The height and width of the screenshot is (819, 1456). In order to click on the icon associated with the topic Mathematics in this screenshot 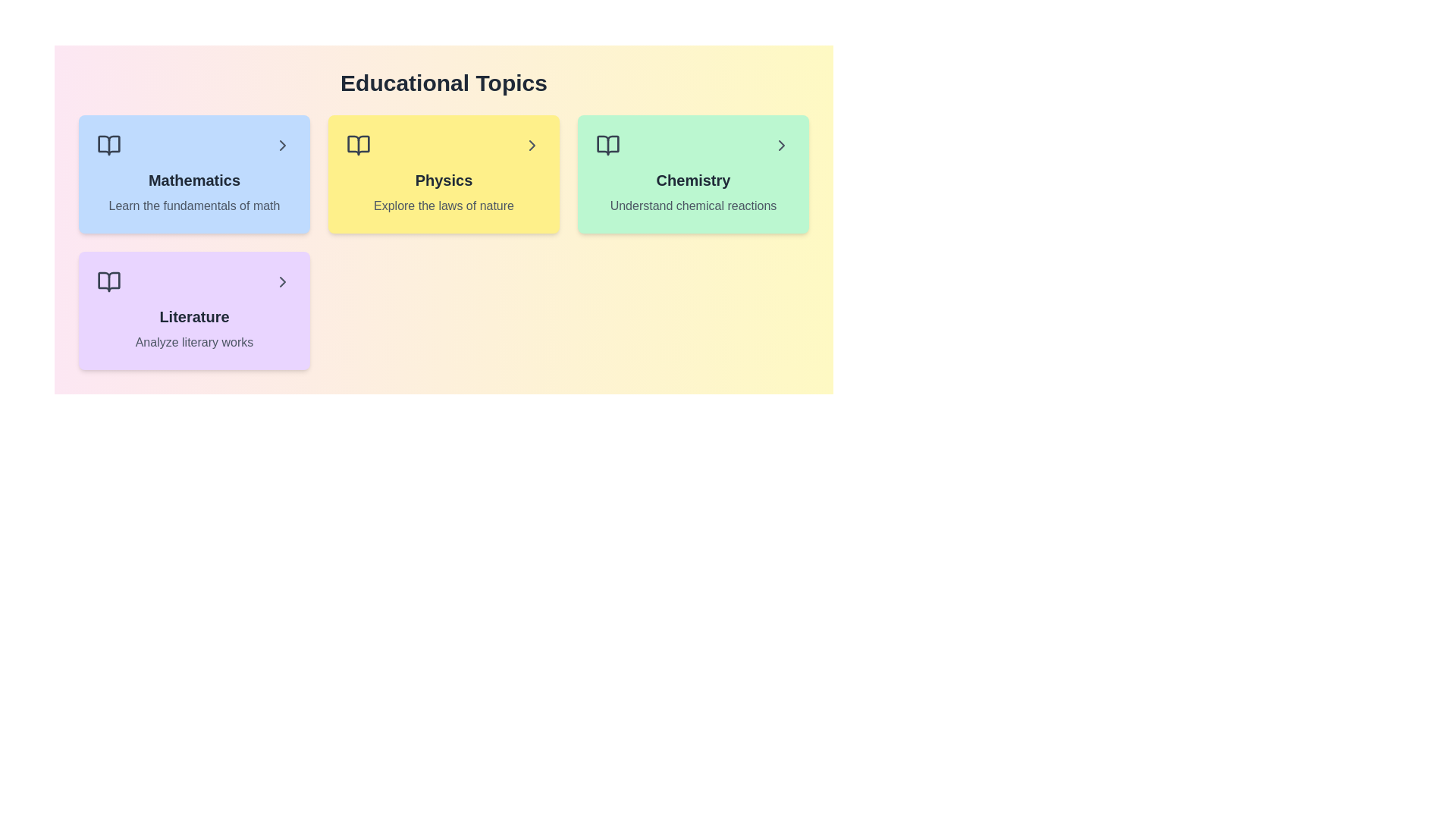, I will do `click(108, 146)`.